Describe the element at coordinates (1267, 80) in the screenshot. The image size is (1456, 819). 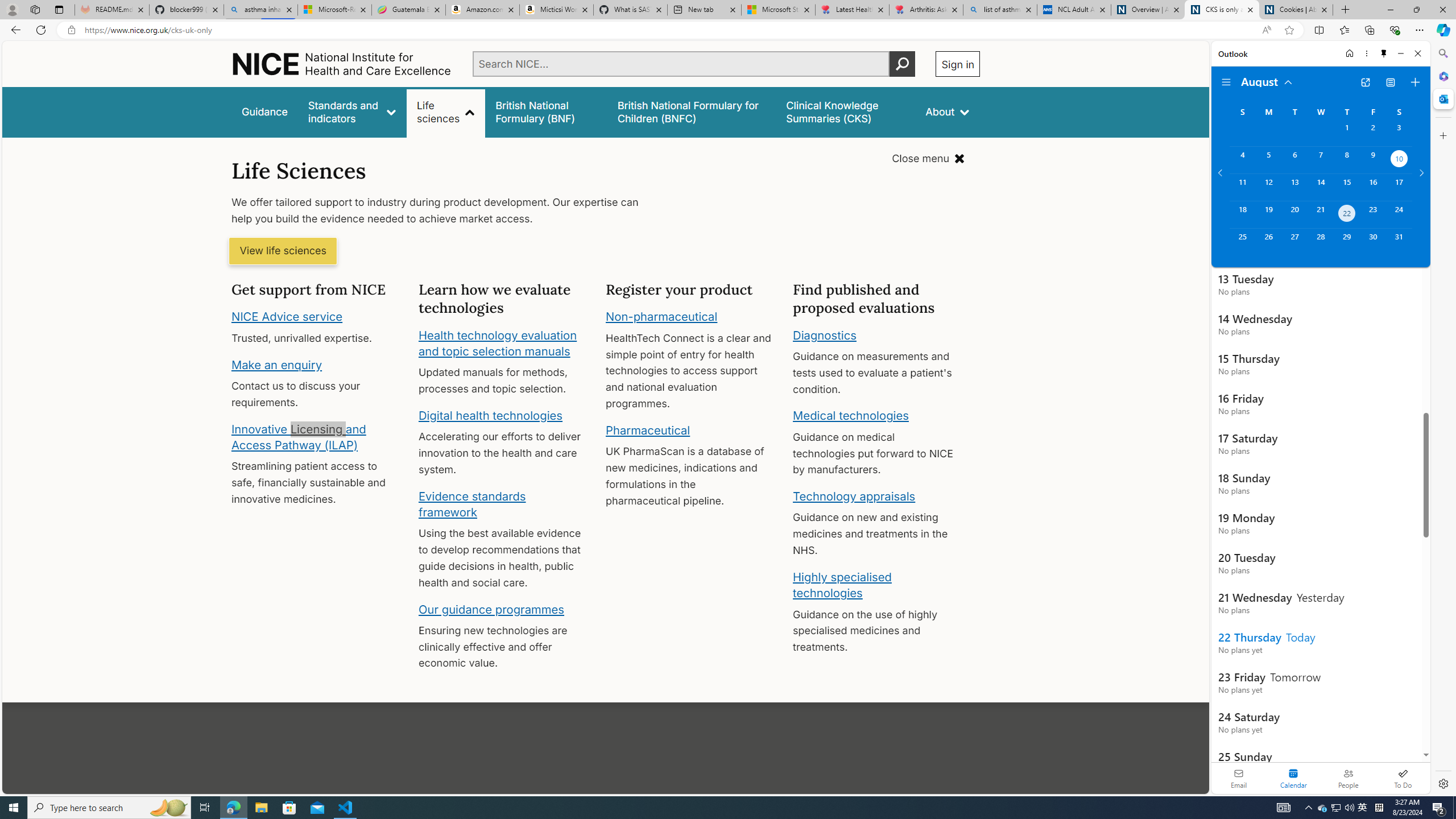
I see `'August'` at that location.